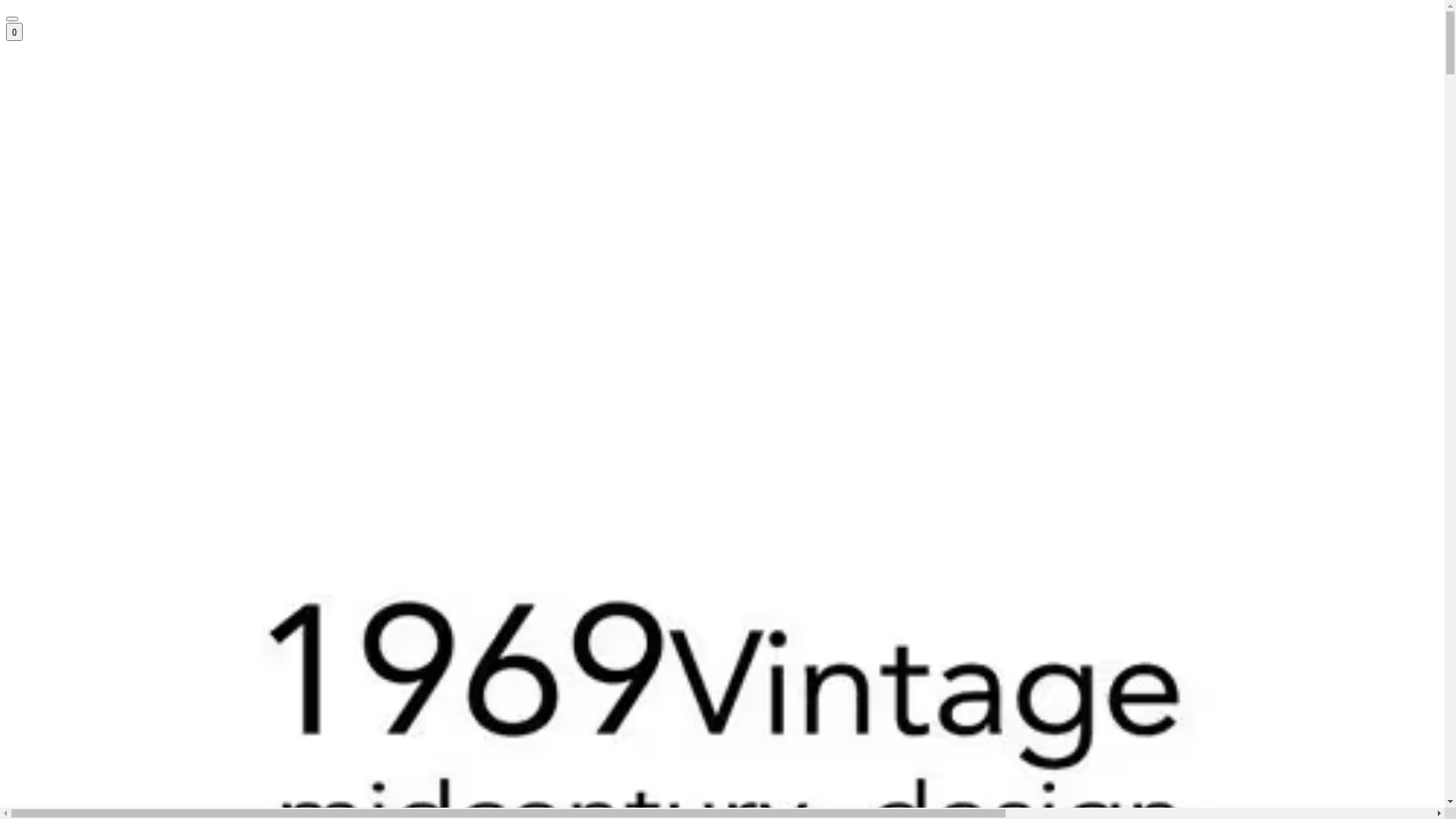  What do you see at coordinates (14, 32) in the screenshot?
I see `'0'` at bounding box center [14, 32].